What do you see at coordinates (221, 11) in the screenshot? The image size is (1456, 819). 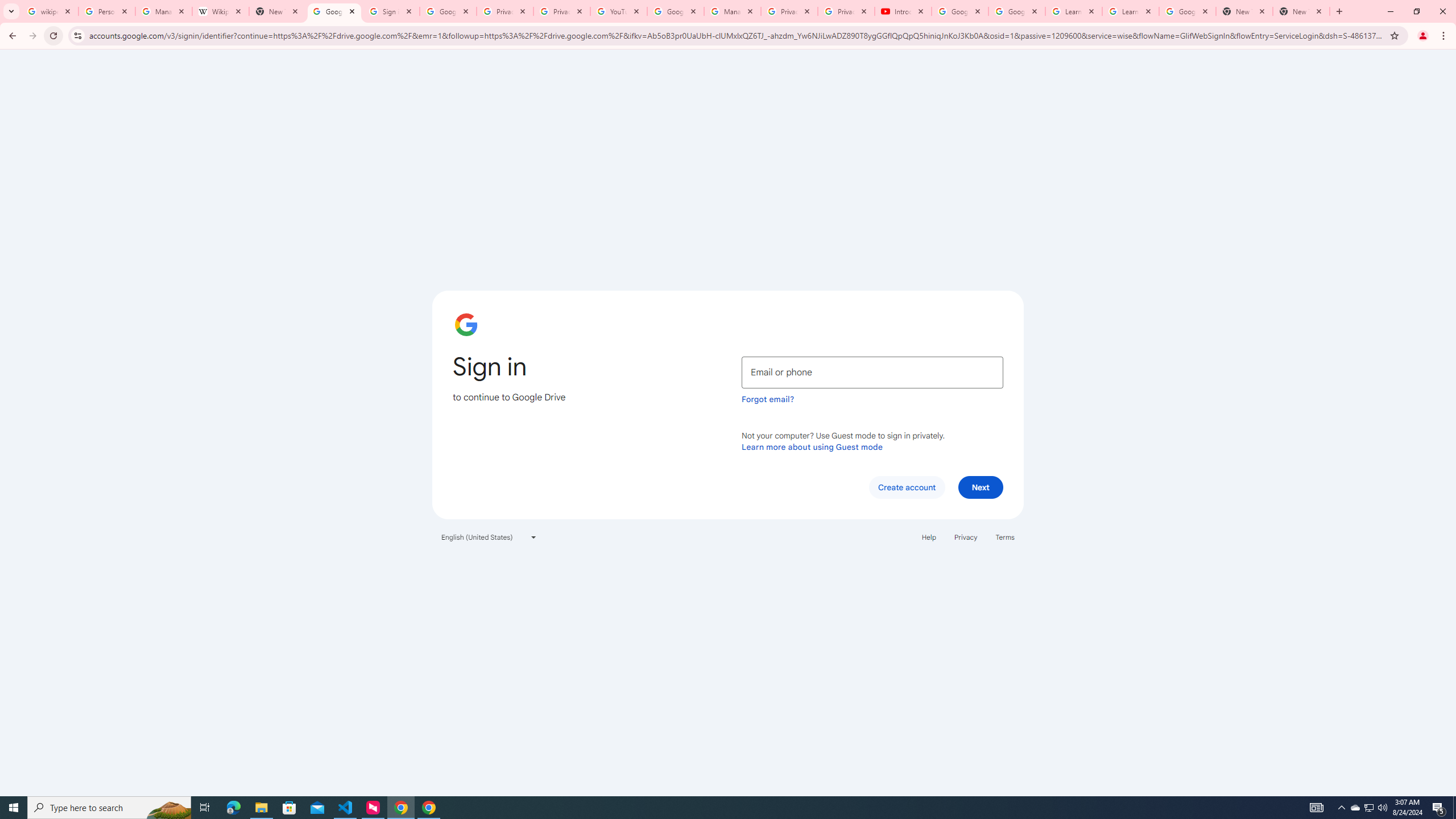 I see `'Wikipedia:Edit requests - Wikipedia'` at bounding box center [221, 11].